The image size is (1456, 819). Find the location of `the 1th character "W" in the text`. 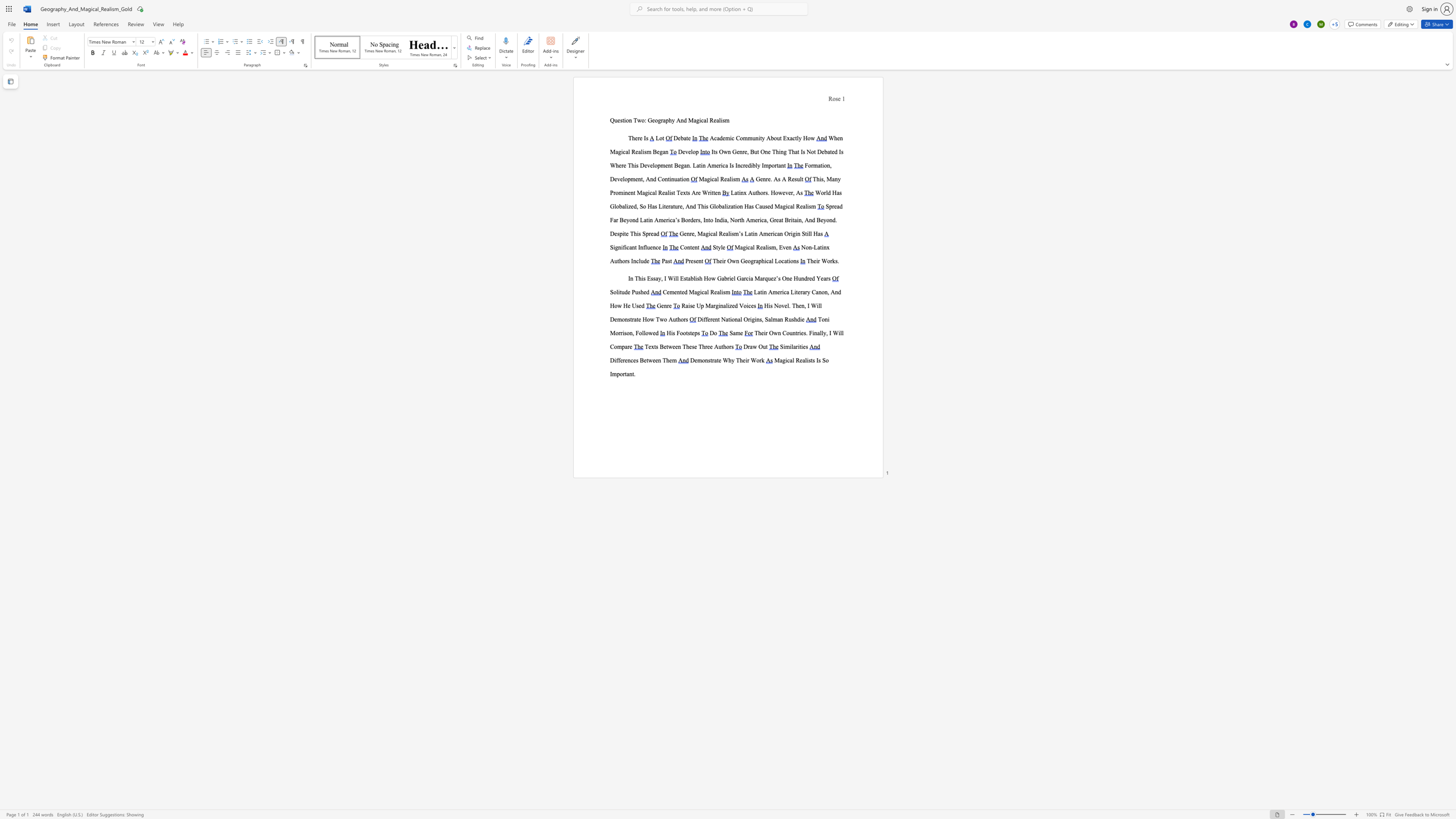

the 1th character "W" in the text is located at coordinates (830, 138).